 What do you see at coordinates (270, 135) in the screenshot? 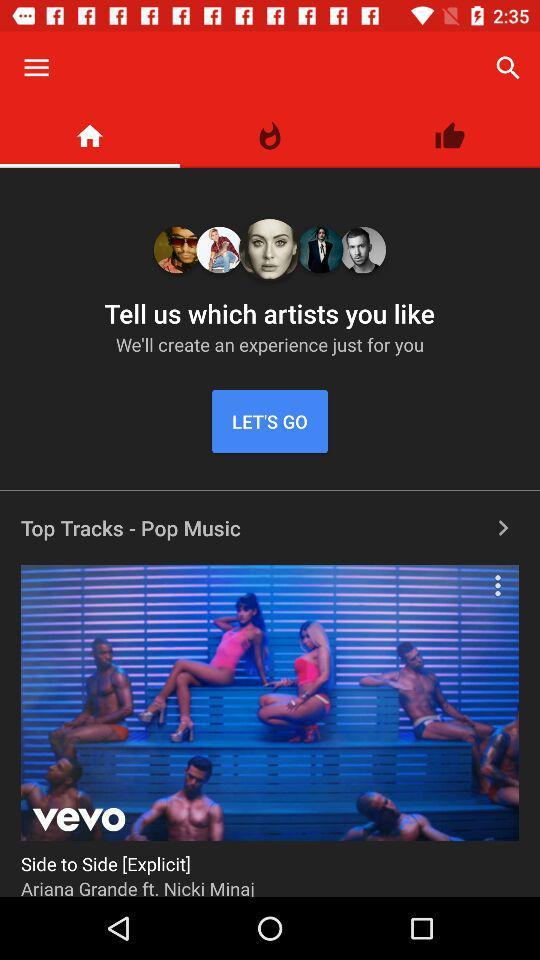
I see `the compare icon` at bounding box center [270, 135].